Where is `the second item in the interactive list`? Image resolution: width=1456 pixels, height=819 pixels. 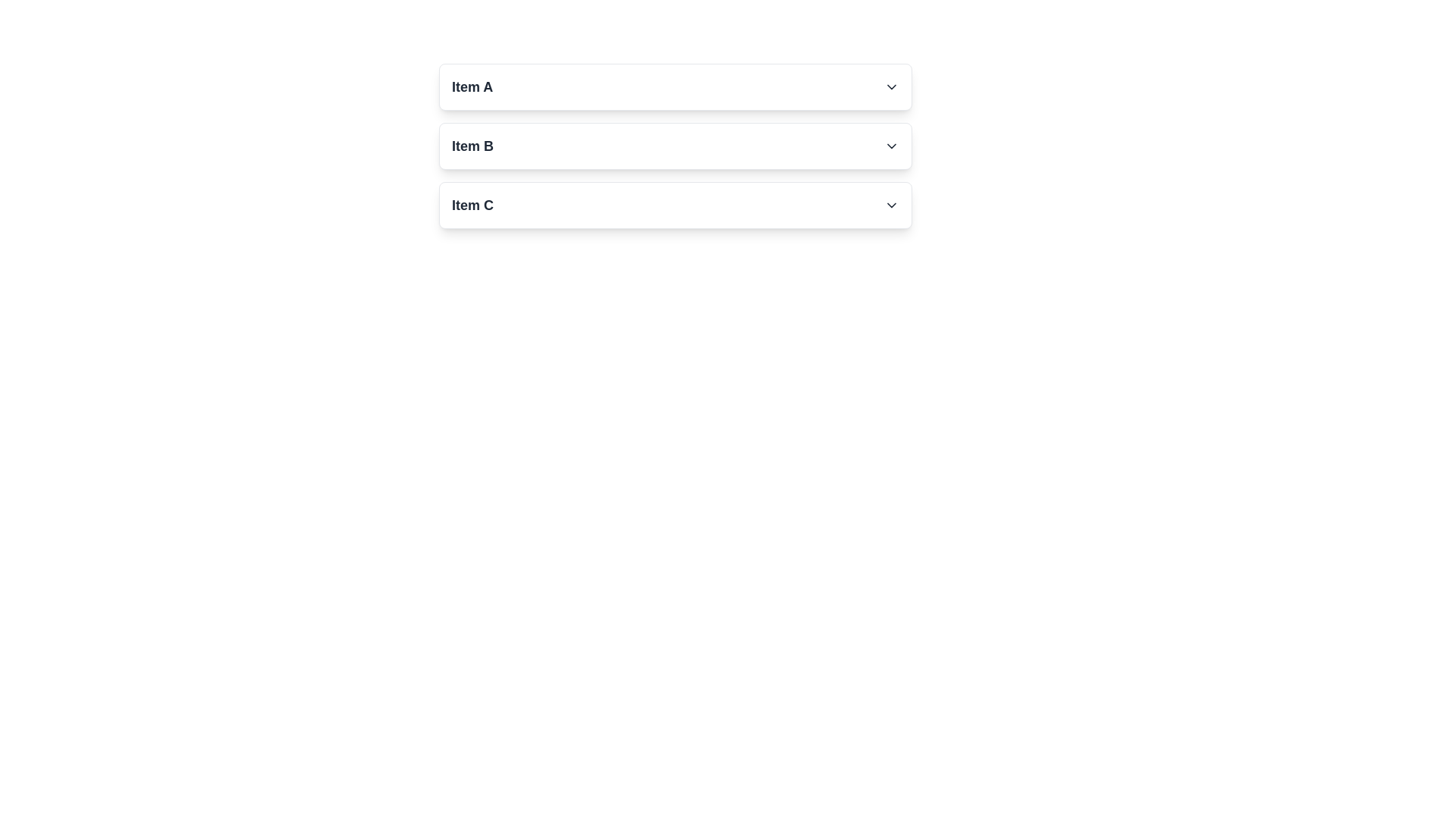
the second item in the interactive list is located at coordinates (472, 146).